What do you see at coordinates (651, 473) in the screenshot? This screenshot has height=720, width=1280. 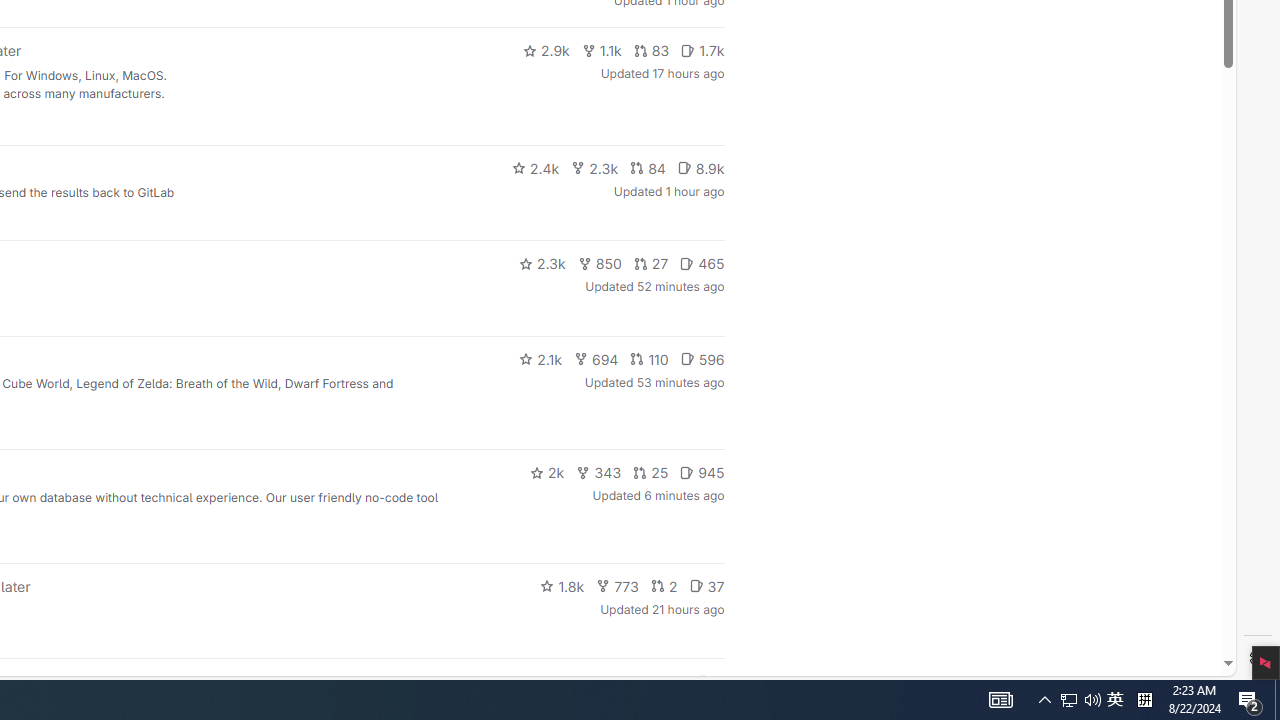 I see `'25'` at bounding box center [651, 473].